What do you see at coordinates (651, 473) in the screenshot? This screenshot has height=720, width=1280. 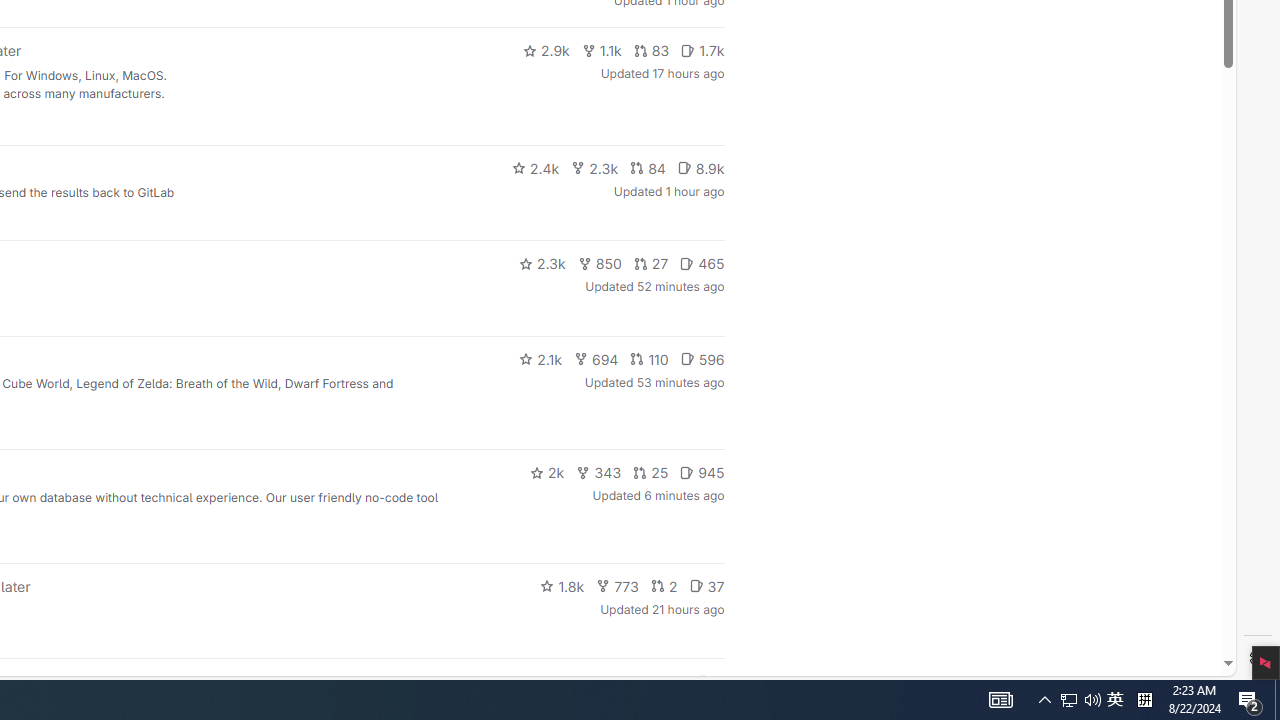 I see `'25'` at bounding box center [651, 473].